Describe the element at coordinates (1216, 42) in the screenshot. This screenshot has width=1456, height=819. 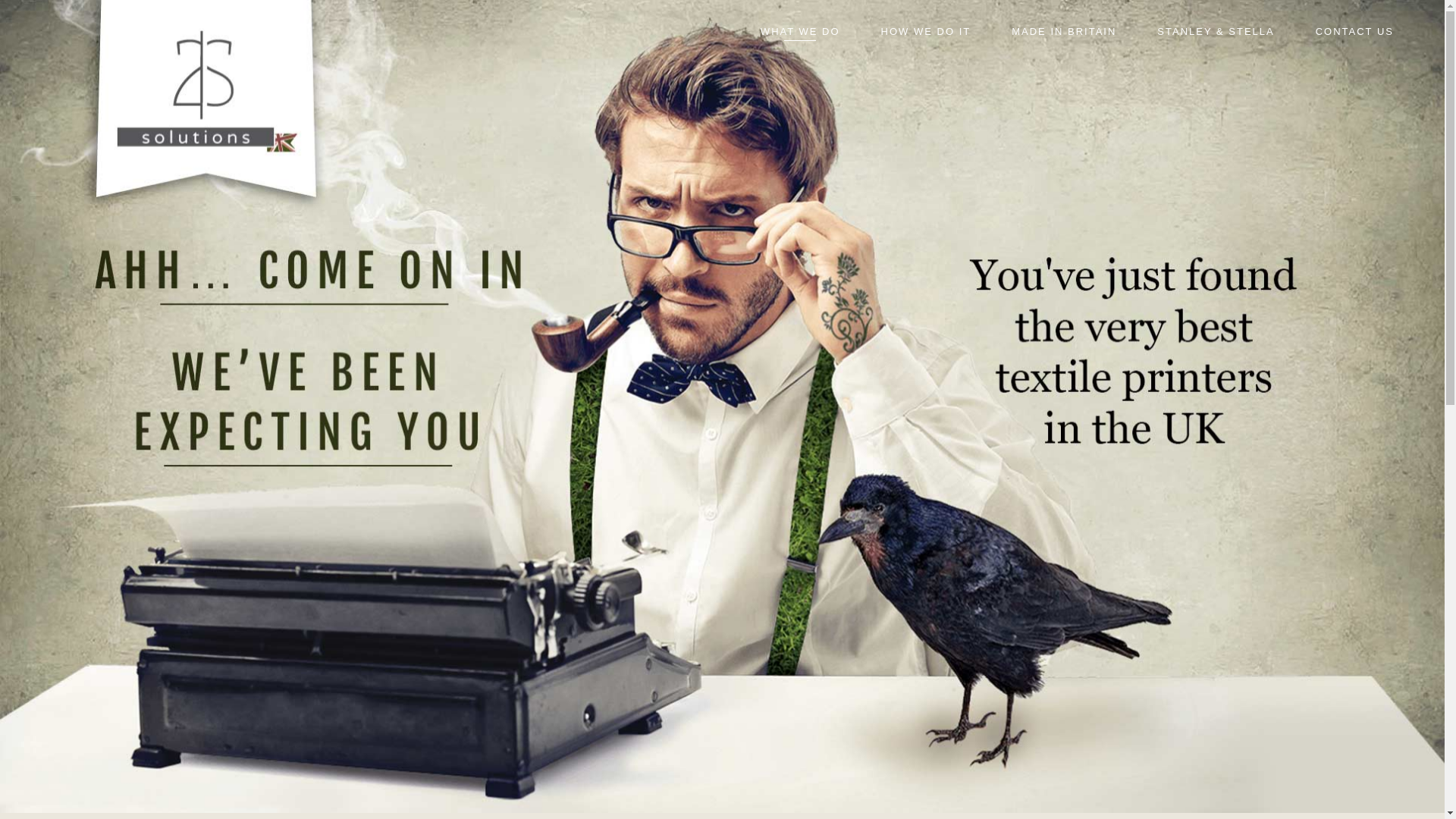
I see `'STANLEY & STELLA'` at that location.